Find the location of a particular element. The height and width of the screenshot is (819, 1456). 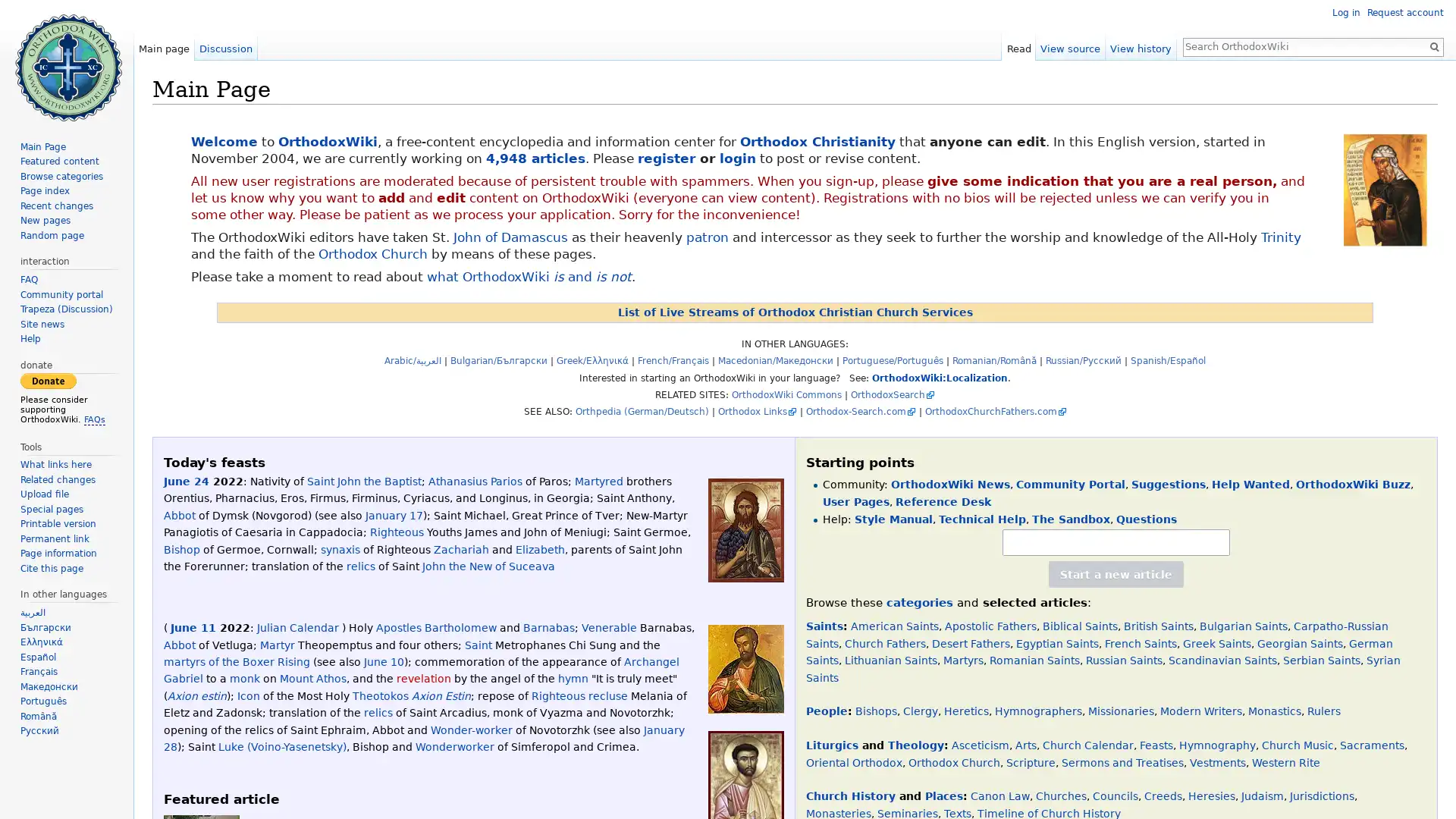

Go is located at coordinates (1433, 45).